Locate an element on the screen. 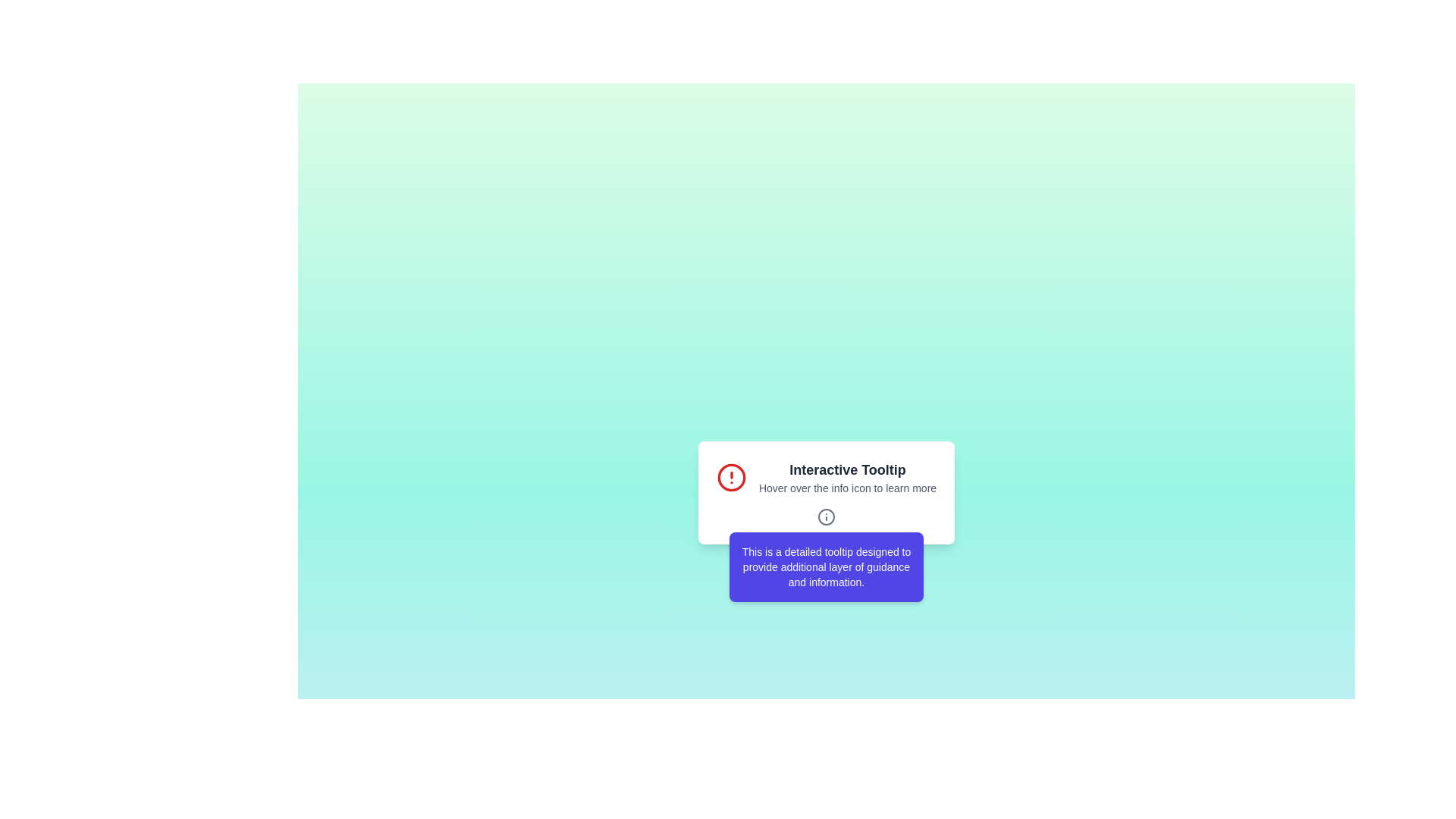 The image size is (1456, 819). text content of the tooltip with a purple background and white text that provides additional guidance and information, located below the 'Interactive Tooltip' content box is located at coordinates (825, 567).